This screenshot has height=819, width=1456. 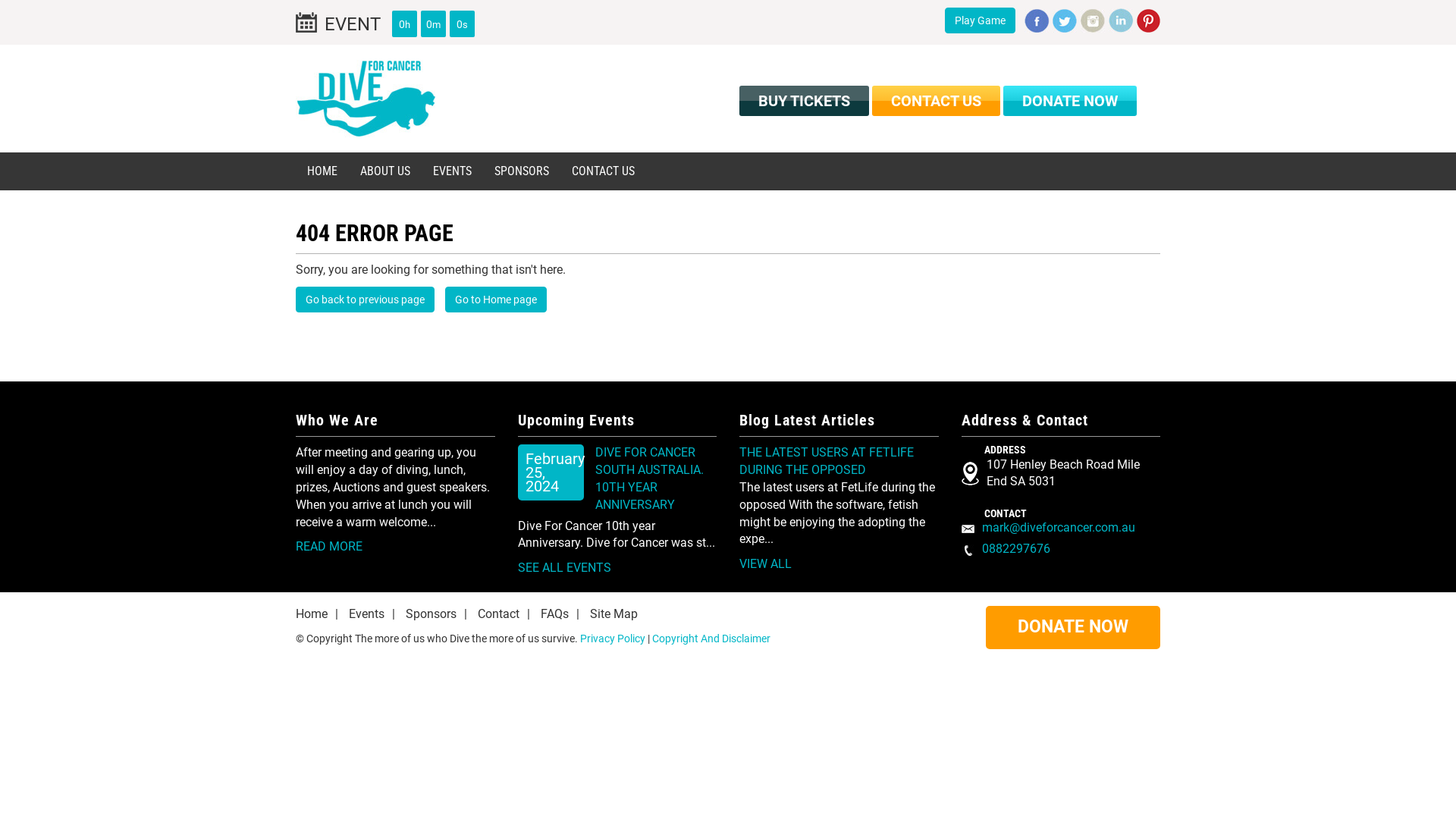 I want to click on 'Go to Home page', so click(x=495, y=299).